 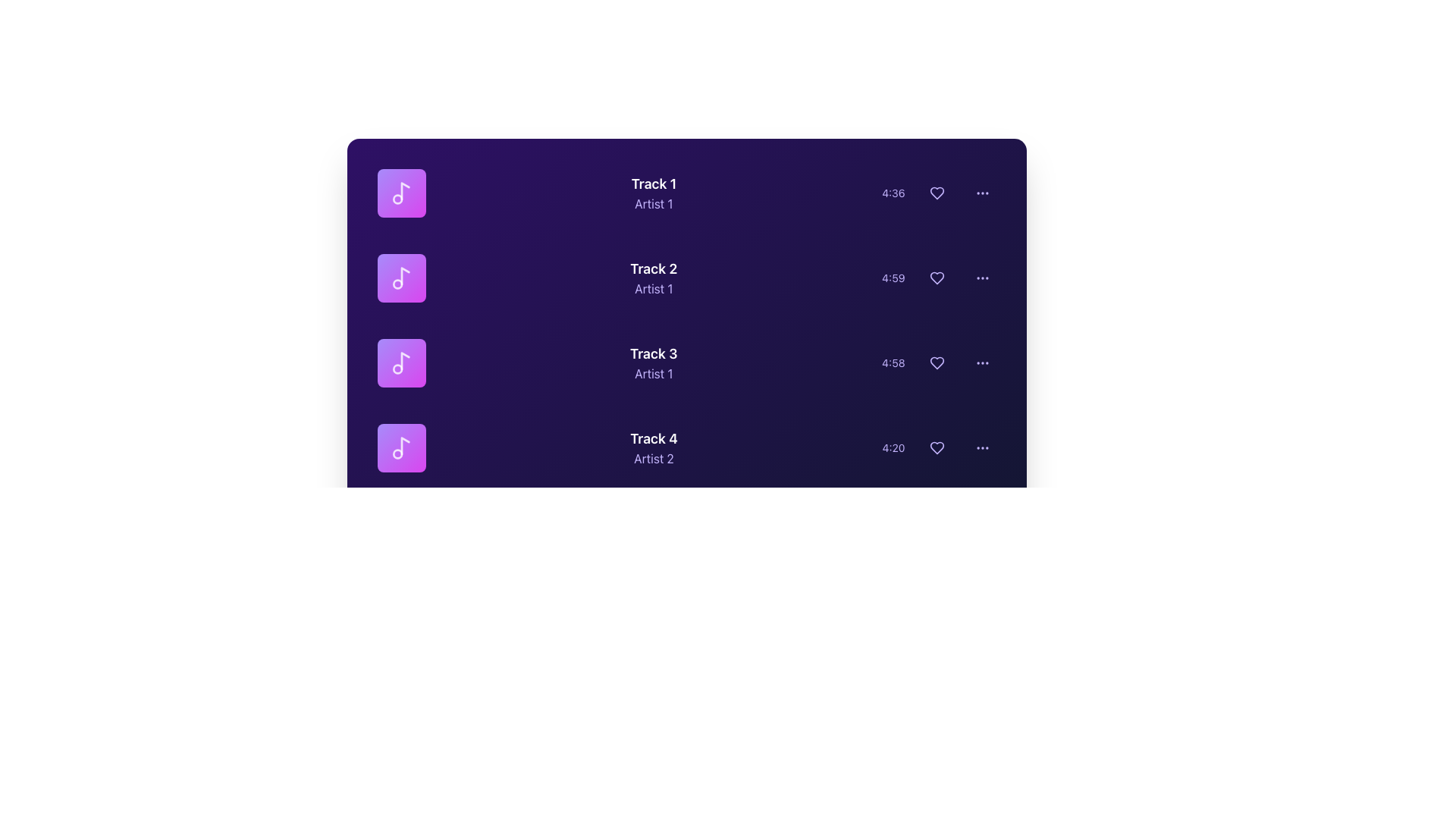 I want to click on the Text label indicating the artist's name for 'Track 4' in the music list, located below the text 'Track 4', so click(x=654, y=458).